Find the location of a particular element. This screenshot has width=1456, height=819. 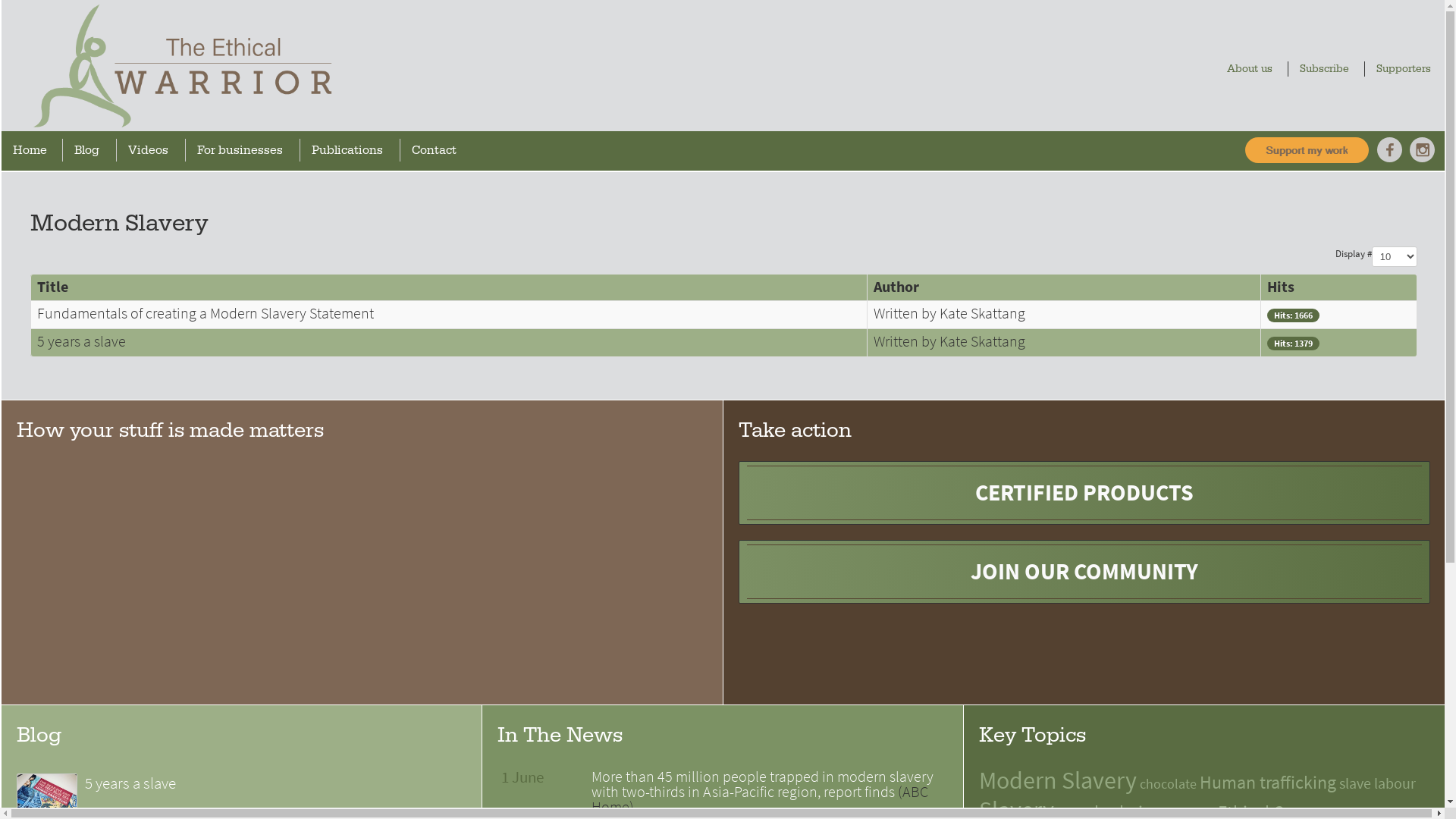

'Modern Slavery' is located at coordinates (1057, 780).